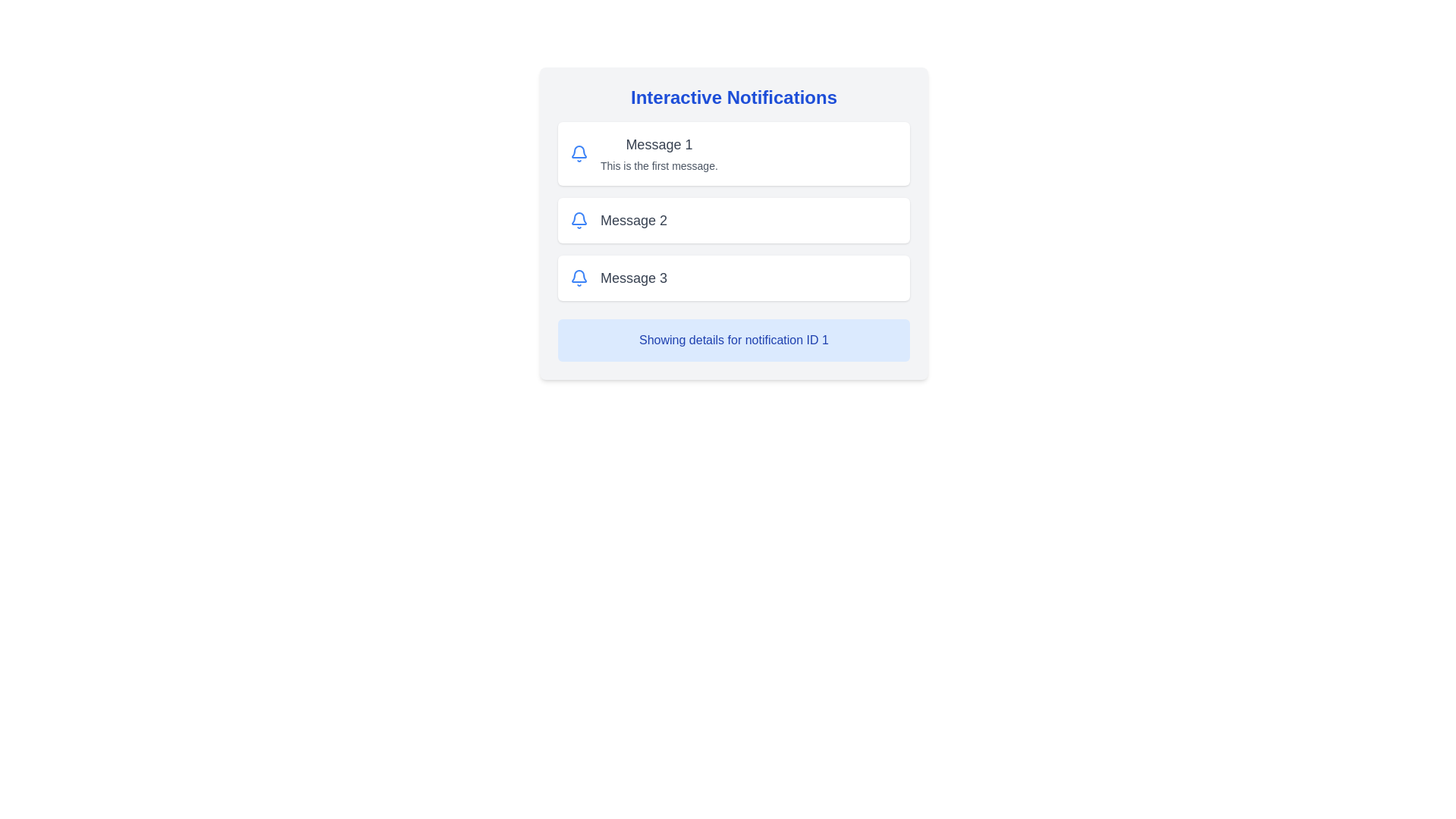 The width and height of the screenshot is (1456, 819). Describe the element at coordinates (734, 223) in the screenshot. I see `the second notification item in the list, which is located between 'Message 1' and 'Message 3'` at that location.